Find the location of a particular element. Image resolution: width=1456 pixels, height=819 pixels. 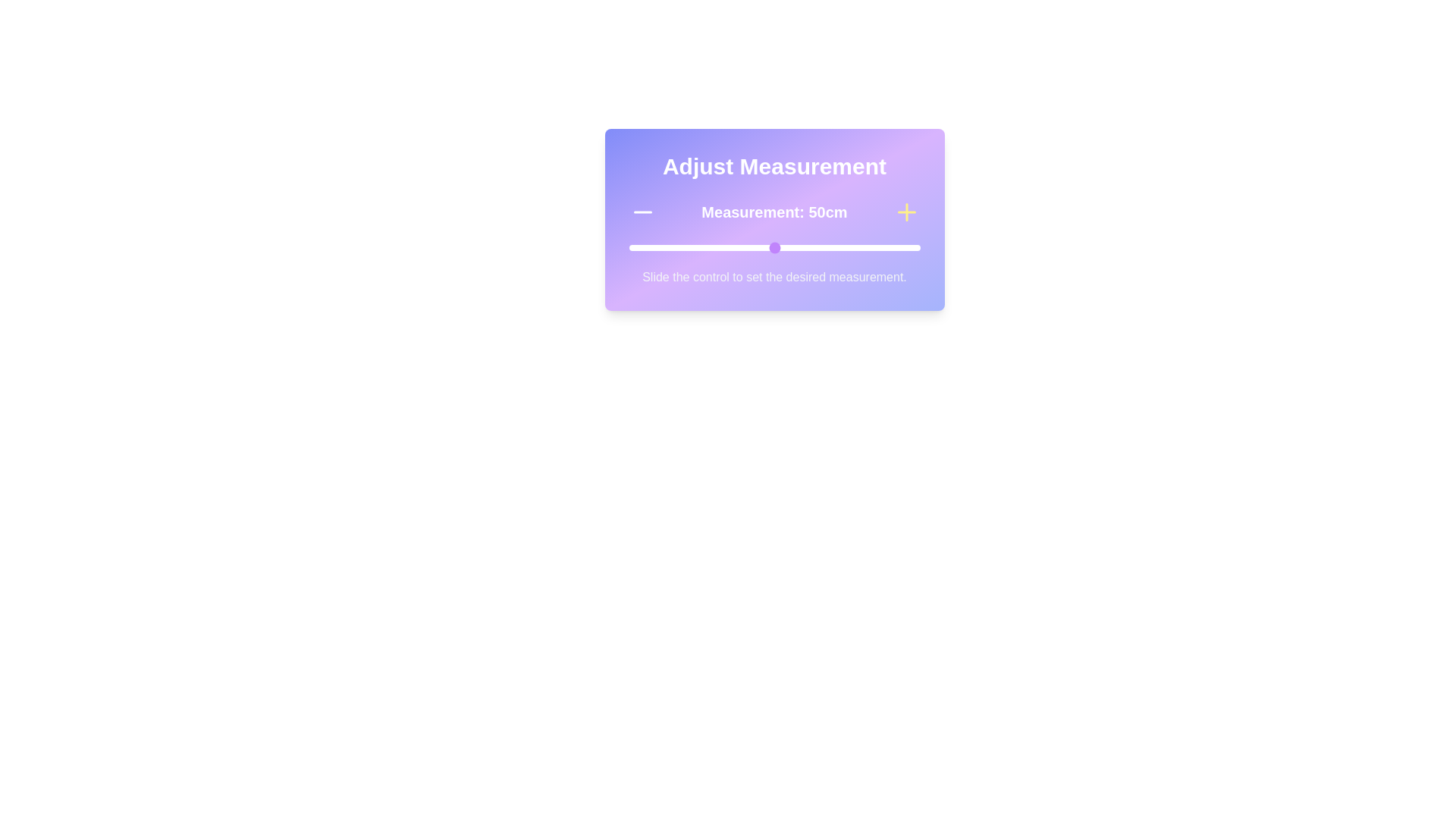

the measurement to 2 cm by sliding the control is located at coordinates (635, 247).